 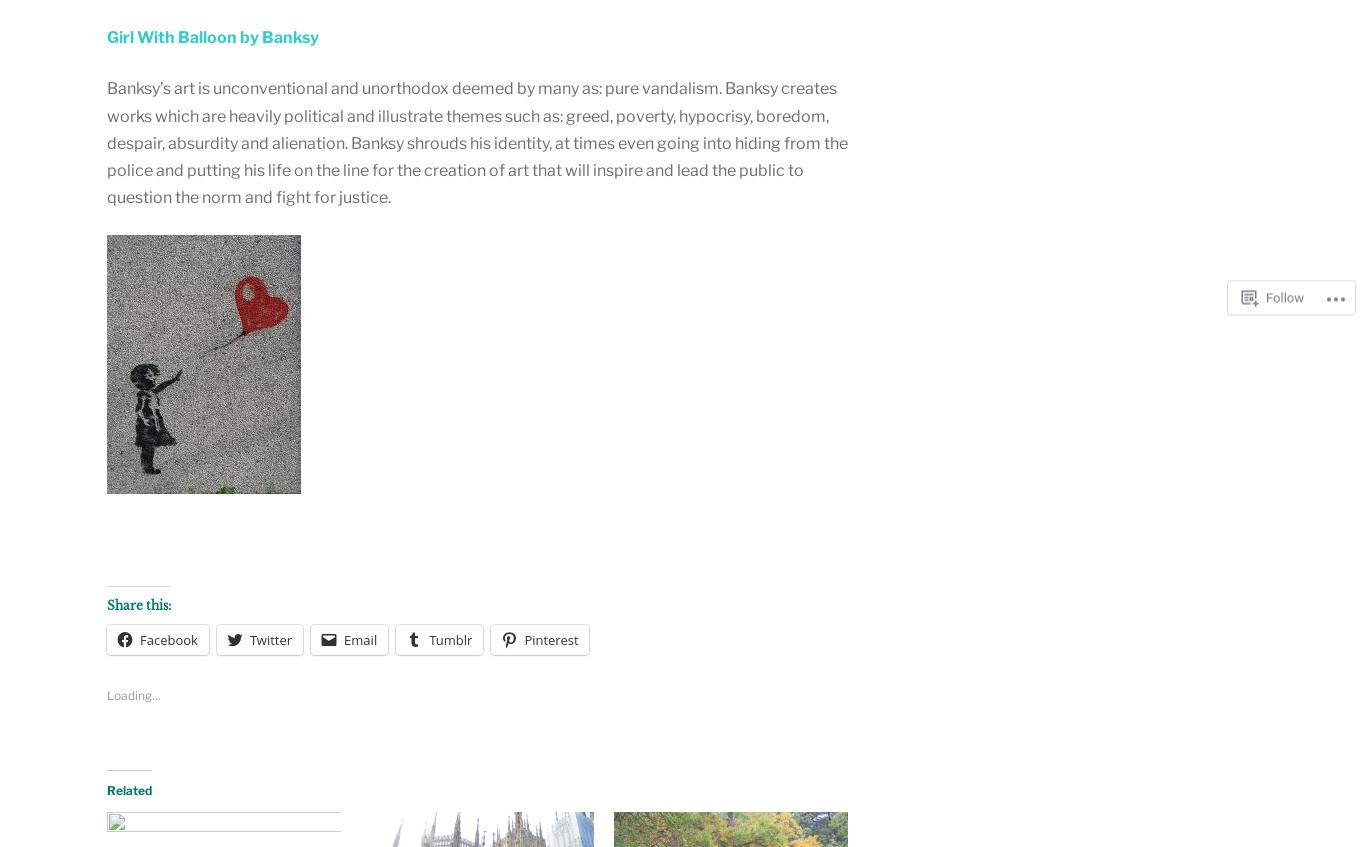 I want to click on 'Share this:', so click(x=138, y=604).